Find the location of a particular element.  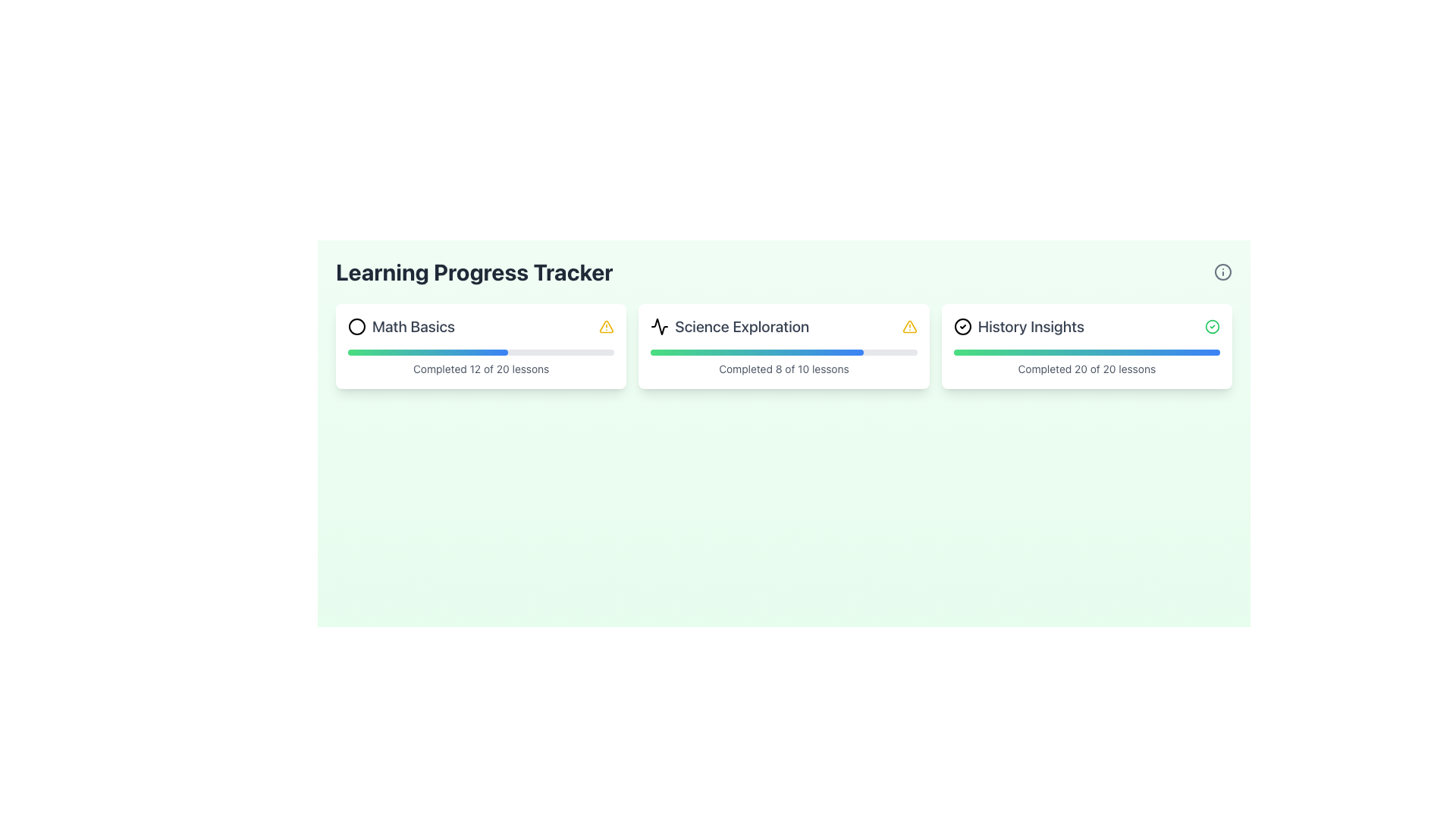

the 'History Insights' panel, which has a white background, rounded corners, and contains a progress bar and completion message is located at coordinates (1086, 346).